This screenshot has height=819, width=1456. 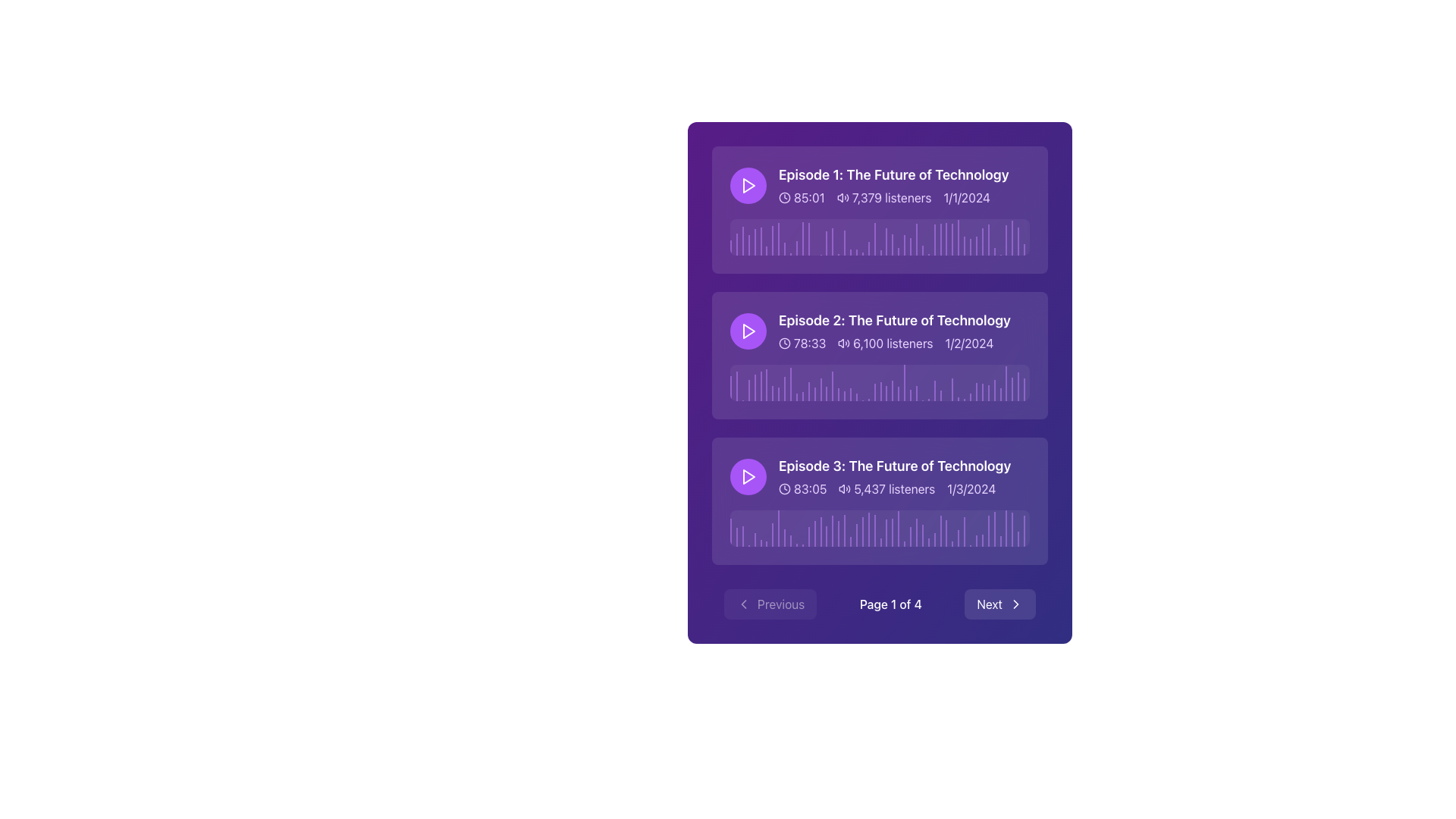 I want to click on the interactive visual marker, a thin vertical bar styled with a semi-transparent purple color, located at the far right edge of the audio playback waveform, so click(x=1012, y=237).